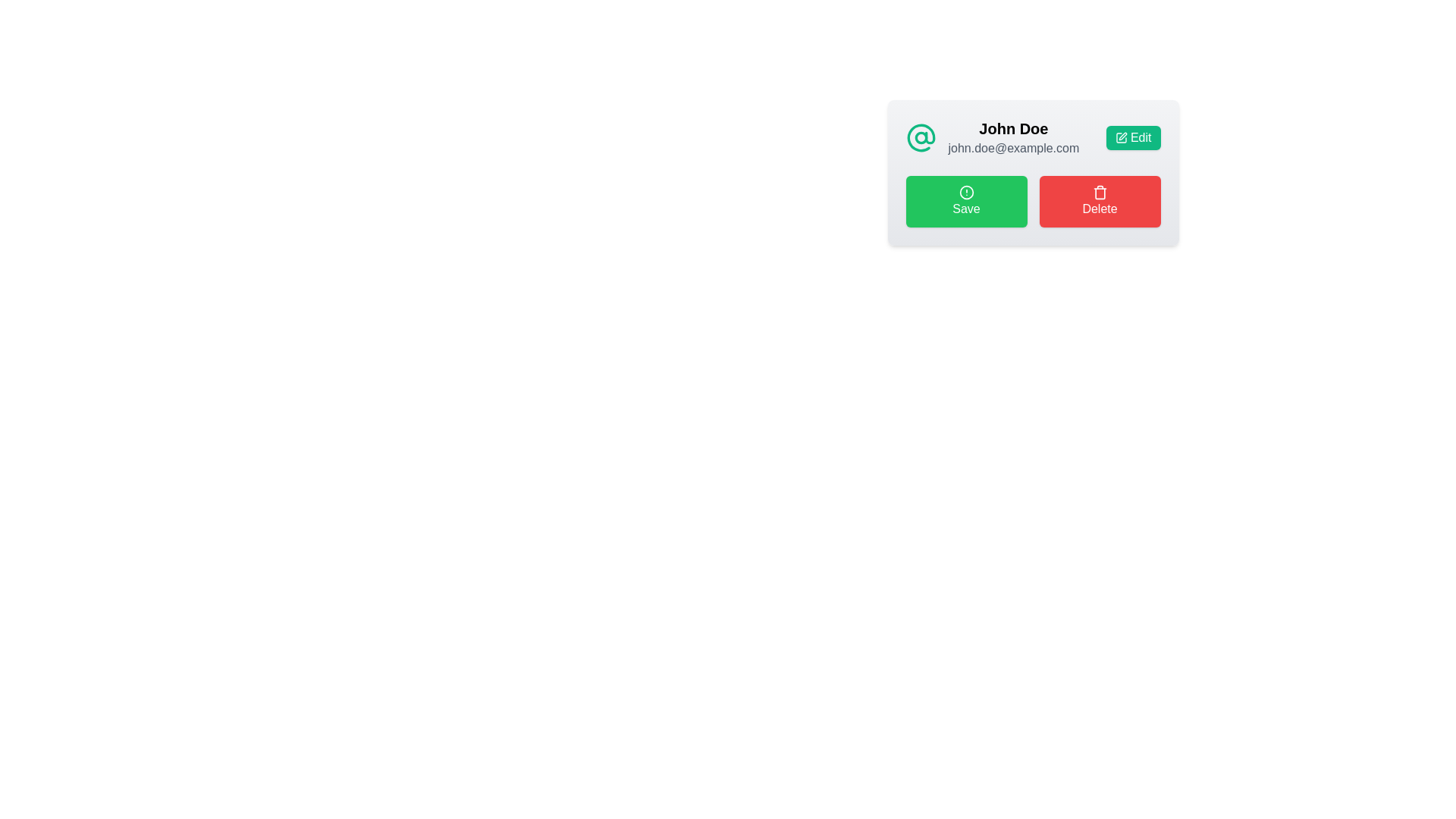 The width and height of the screenshot is (1456, 819). I want to click on the 'Edit' button icon located, so click(1121, 137).